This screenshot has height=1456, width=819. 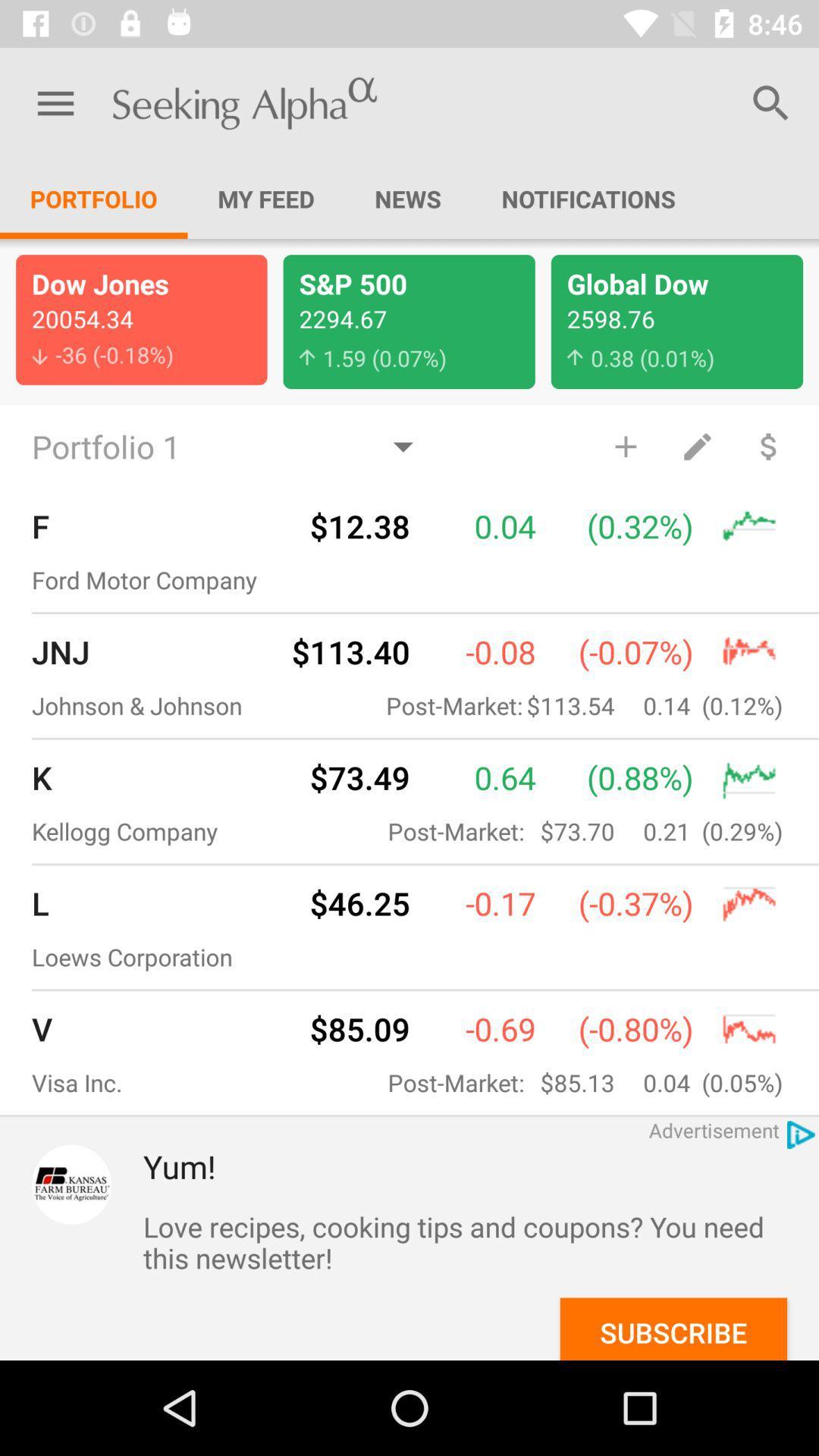 I want to click on edit, so click(x=697, y=445).